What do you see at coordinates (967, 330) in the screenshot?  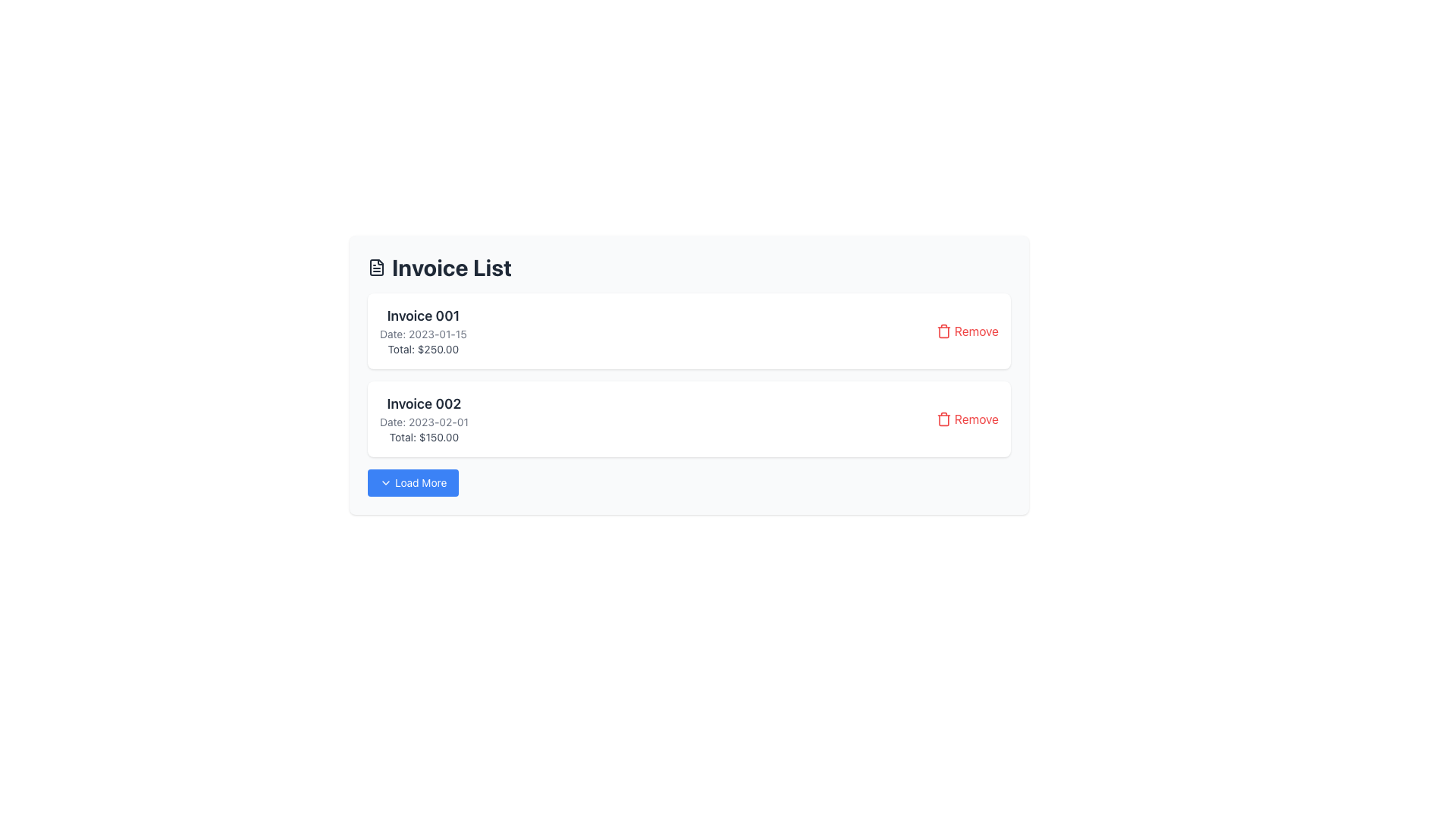 I see `the delete button positioned on the right-hand side of the 'Invoice 001' item` at bounding box center [967, 330].